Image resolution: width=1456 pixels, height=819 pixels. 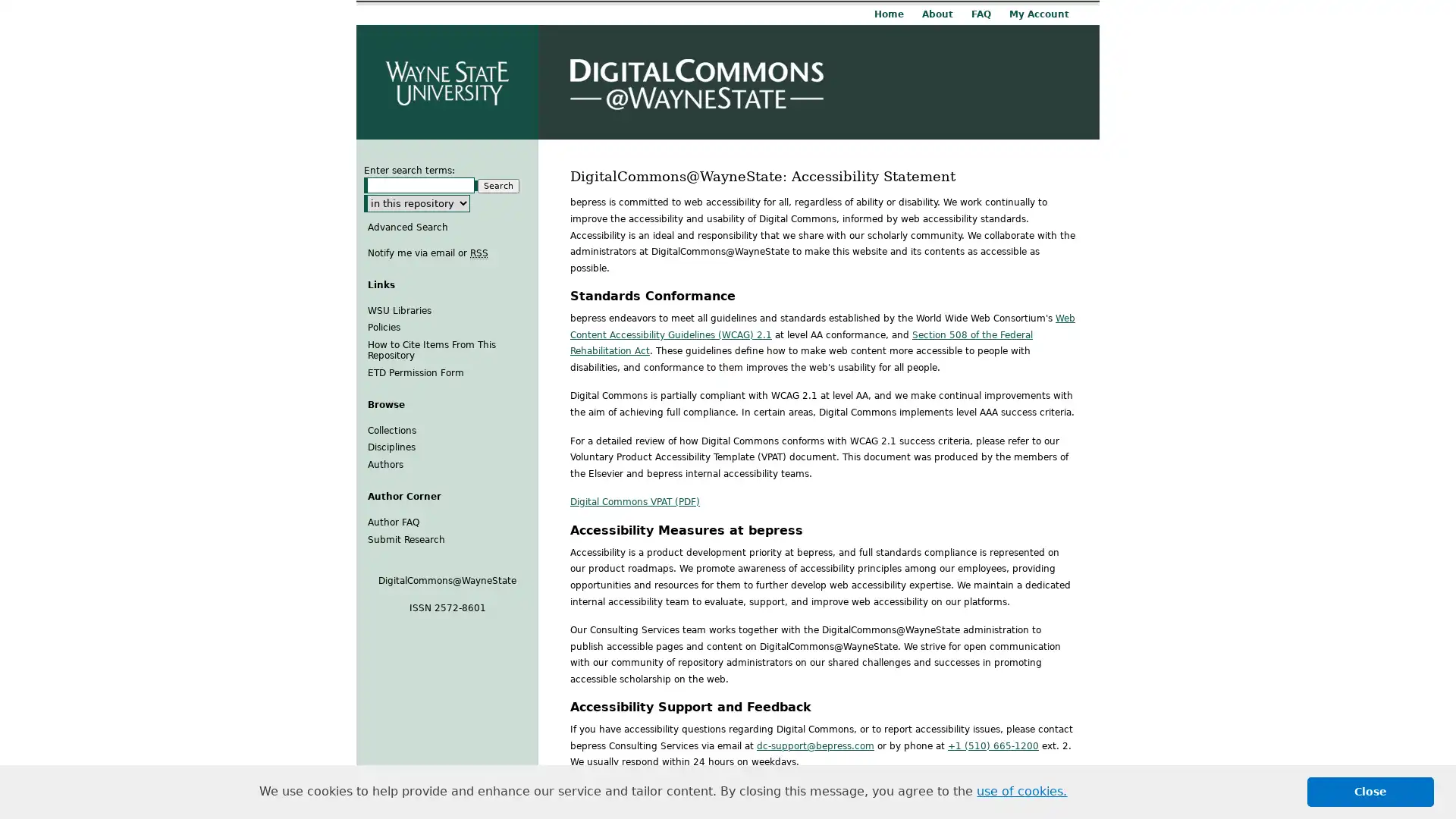 What do you see at coordinates (498, 185) in the screenshot?
I see `Search` at bounding box center [498, 185].